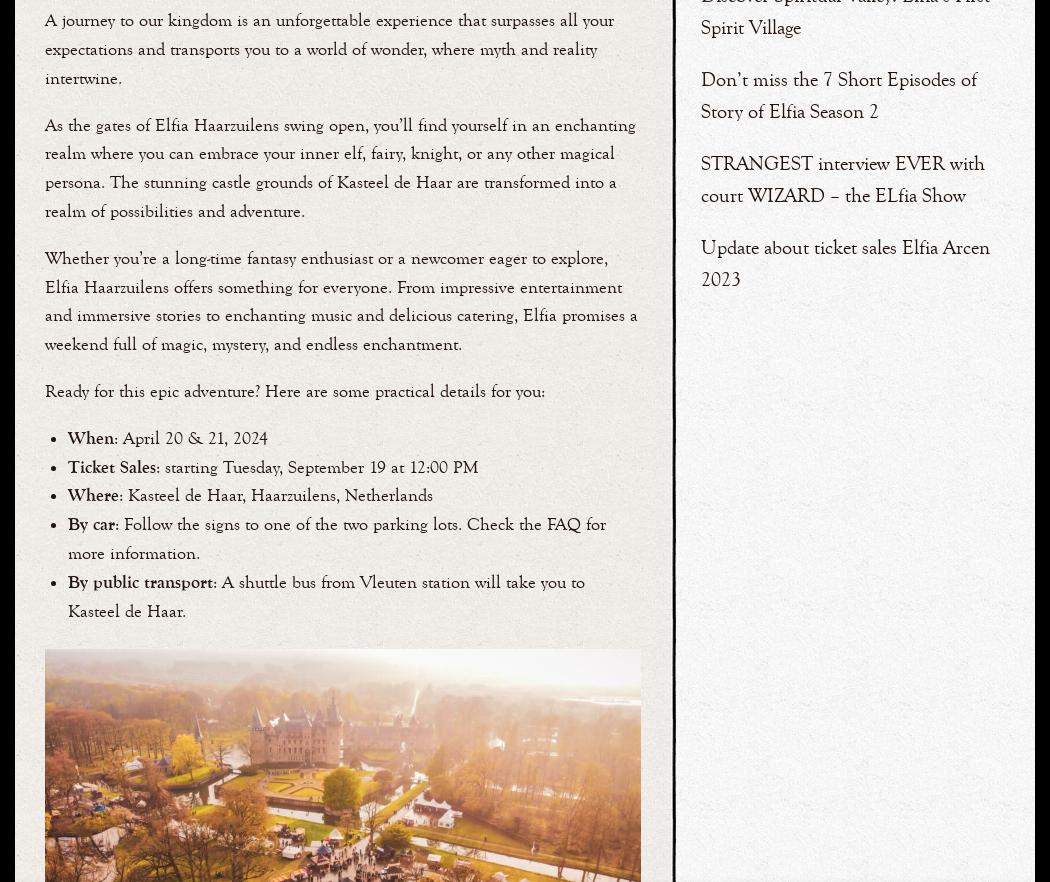 This screenshot has height=882, width=1050. What do you see at coordinates (843, 177) in the screenshot?
I see `'STRANGEST interview EVER with court WIZARD – the ELfia Show'` at bounding box center [843, 177].